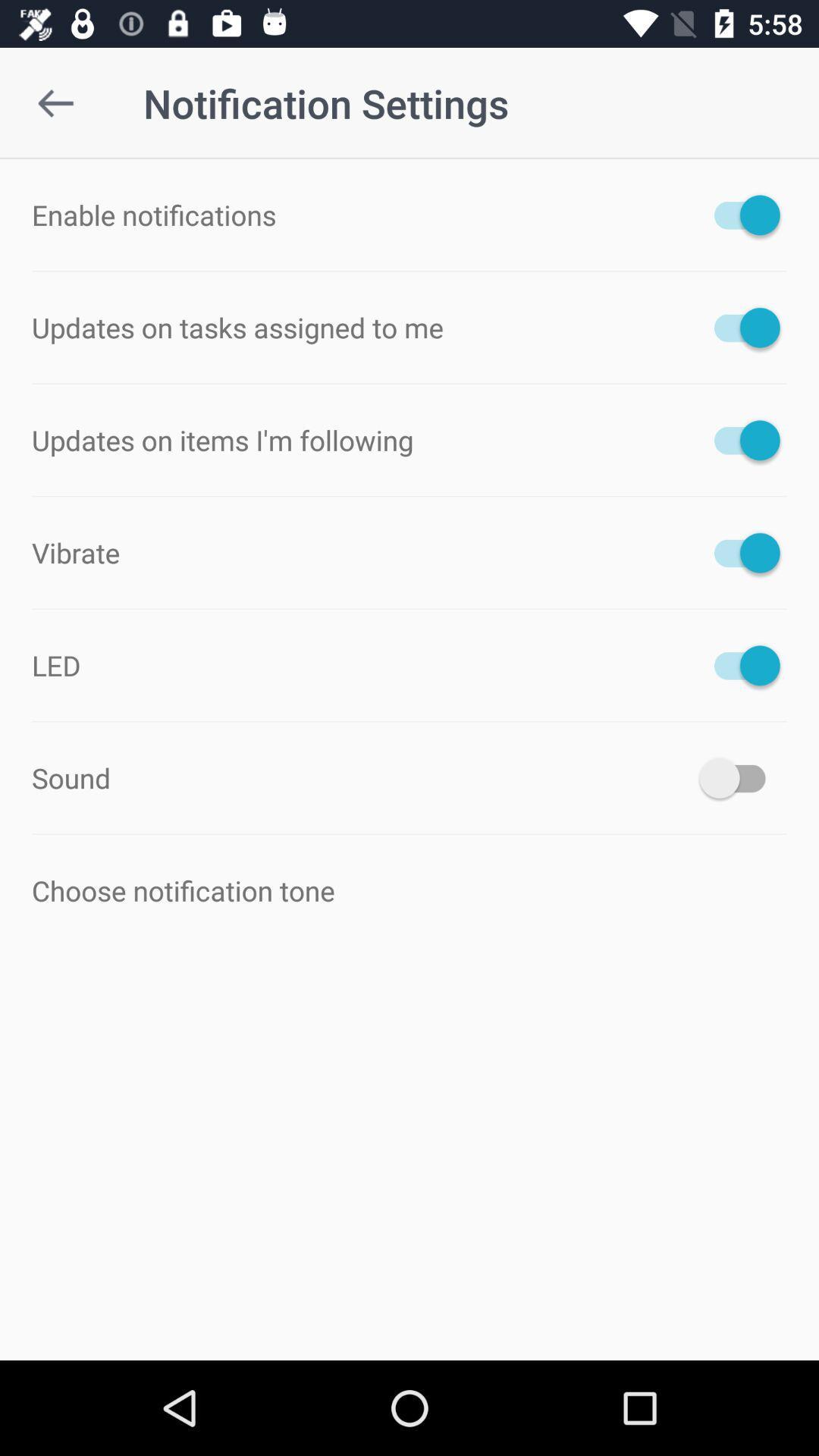 The image size is (819, 1456). What do you see at coordinates (739, 327) in the screenshot?
I see `the icon next to updates on tasks icon` at bounding box center [739, 327].